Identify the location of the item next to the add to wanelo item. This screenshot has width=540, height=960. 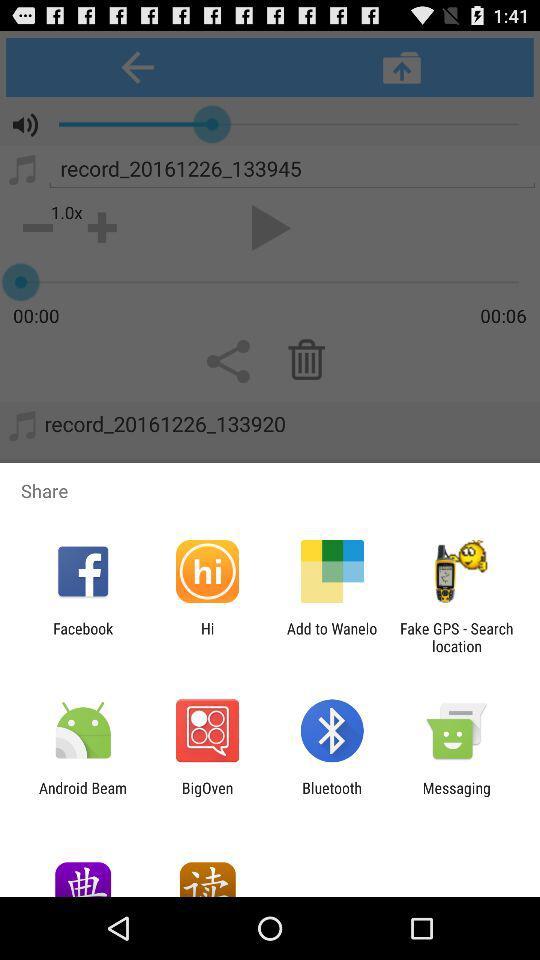
(206, 636).